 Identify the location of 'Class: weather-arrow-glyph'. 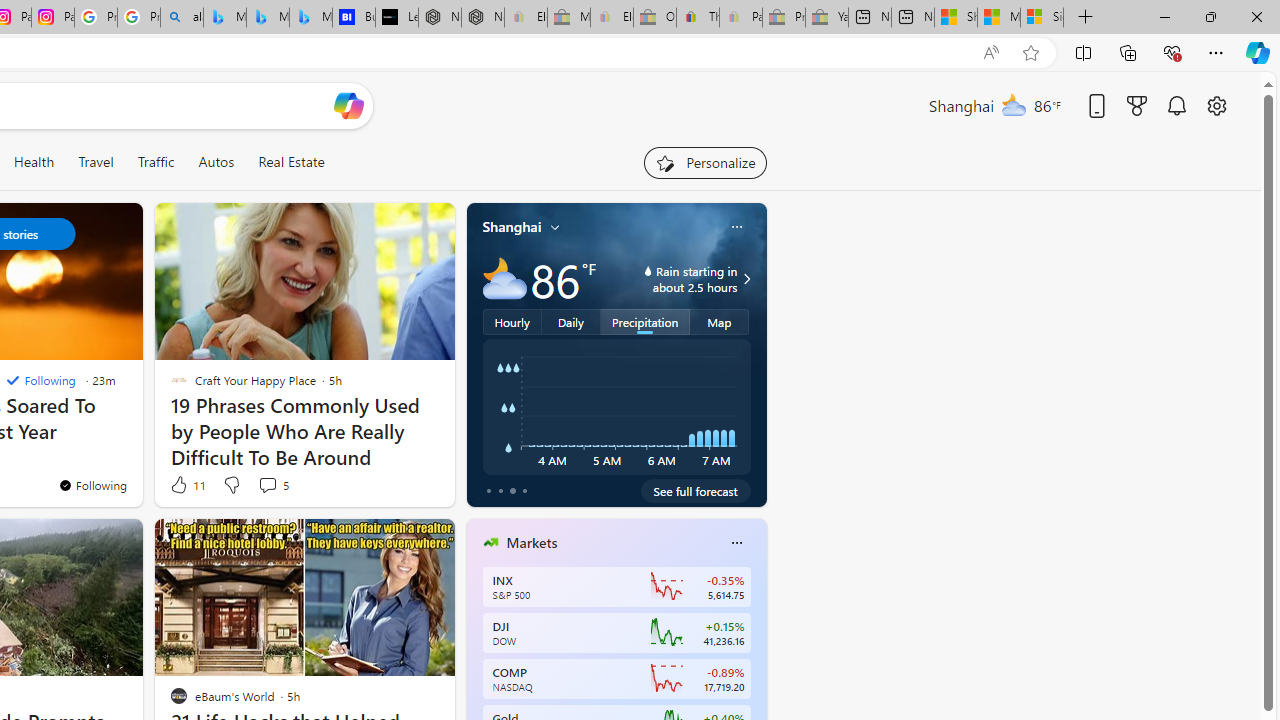
(745, 279).